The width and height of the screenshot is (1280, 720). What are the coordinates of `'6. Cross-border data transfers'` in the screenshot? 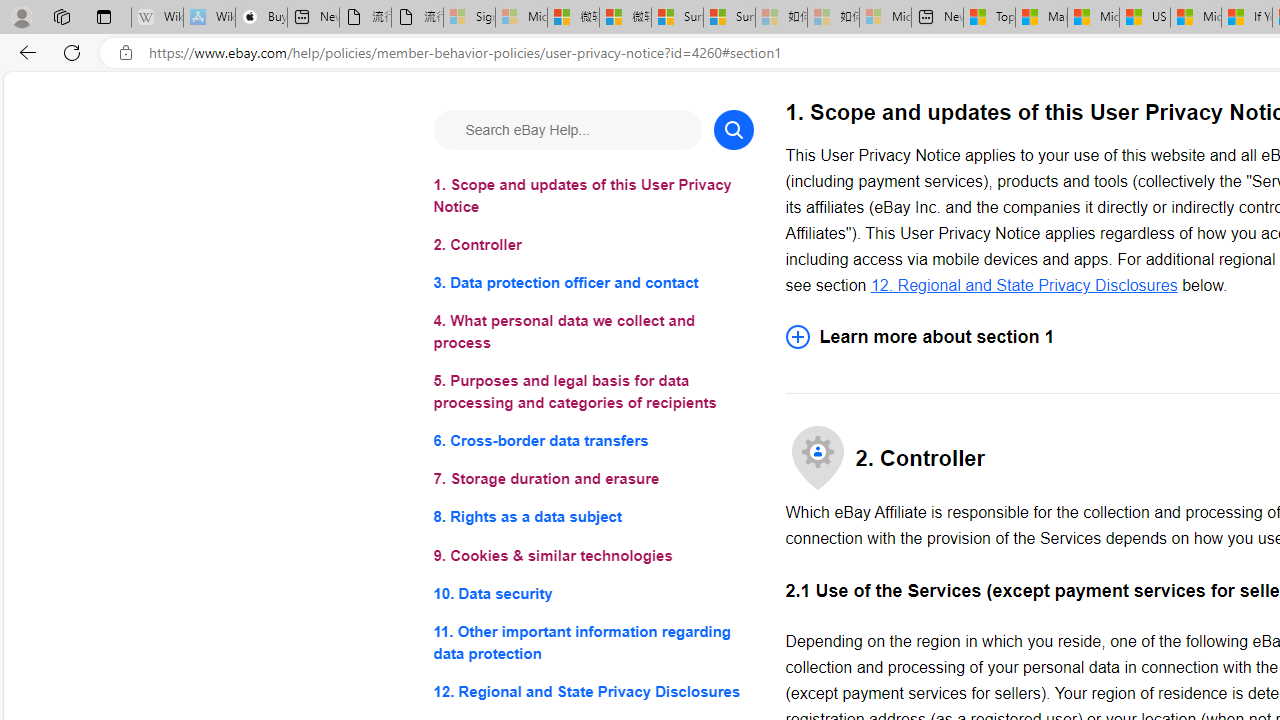 It's located at (592, 440).